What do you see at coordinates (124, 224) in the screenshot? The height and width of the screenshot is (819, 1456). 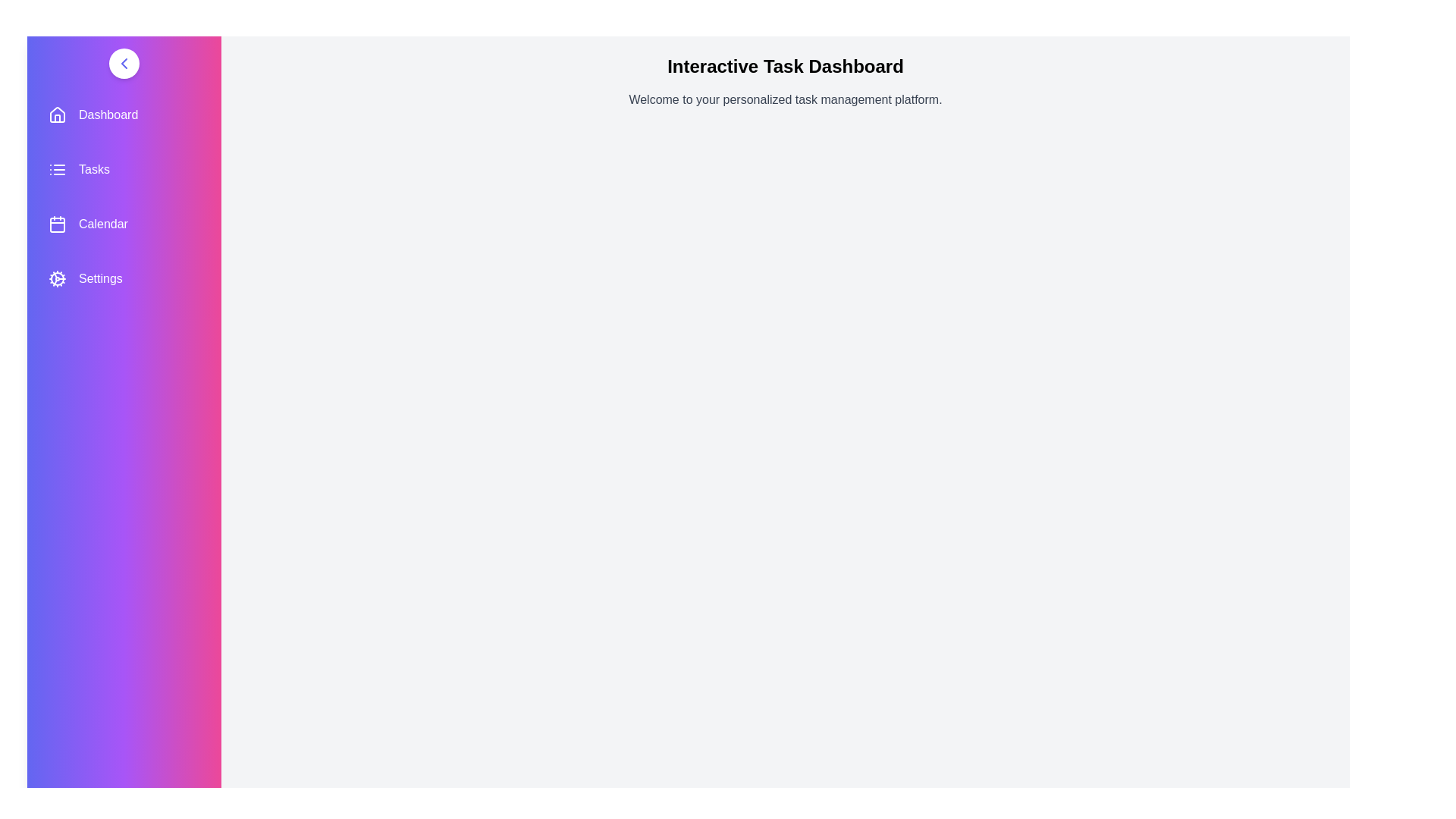 I see `the menu item labeled Calendar to navigate to its section` at bounding box center [124, 224].